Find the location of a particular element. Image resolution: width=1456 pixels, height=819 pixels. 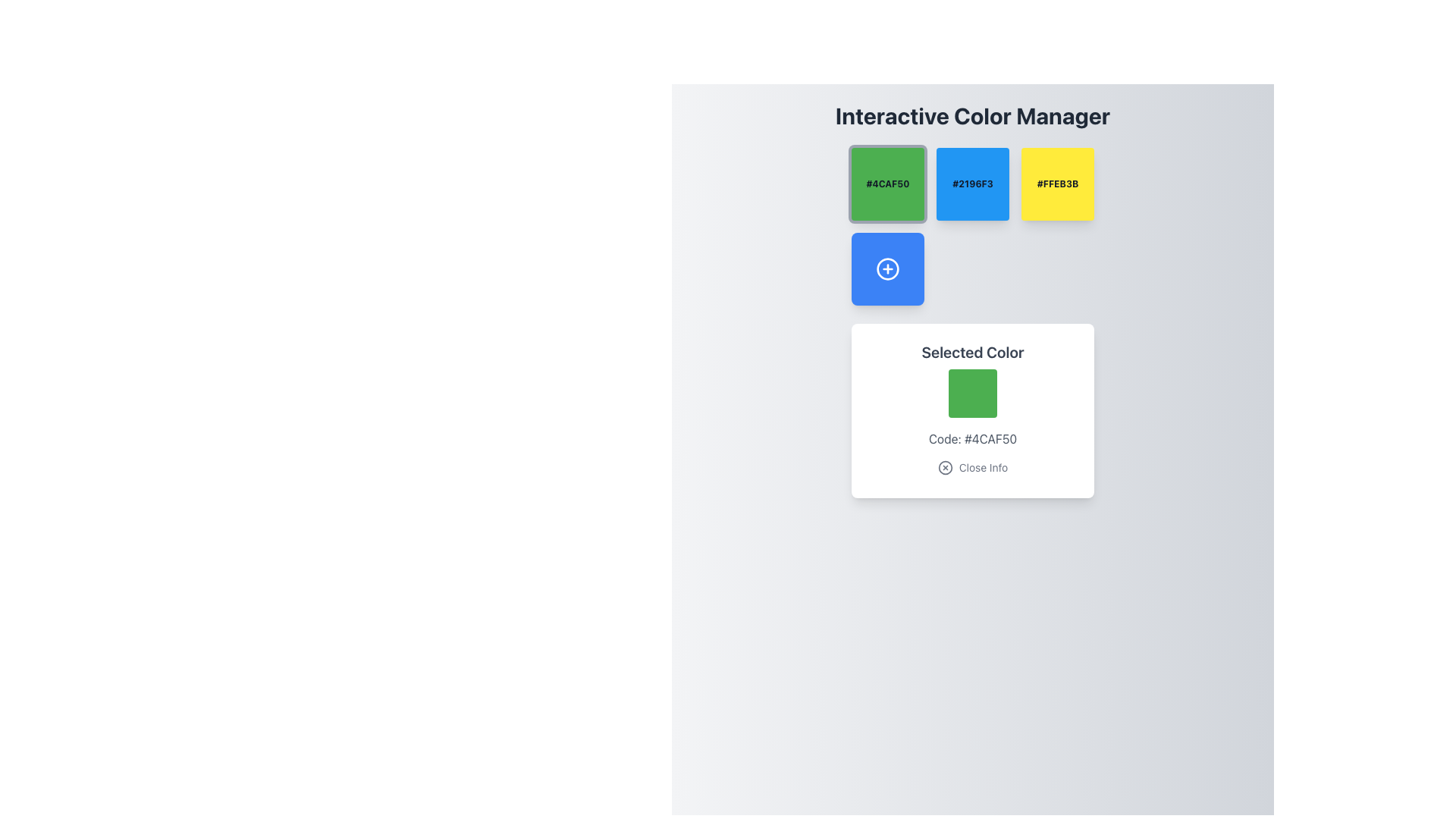

the small text label displaying the hex color code '#FFEB3B' is located at coordinates (1057, 184).